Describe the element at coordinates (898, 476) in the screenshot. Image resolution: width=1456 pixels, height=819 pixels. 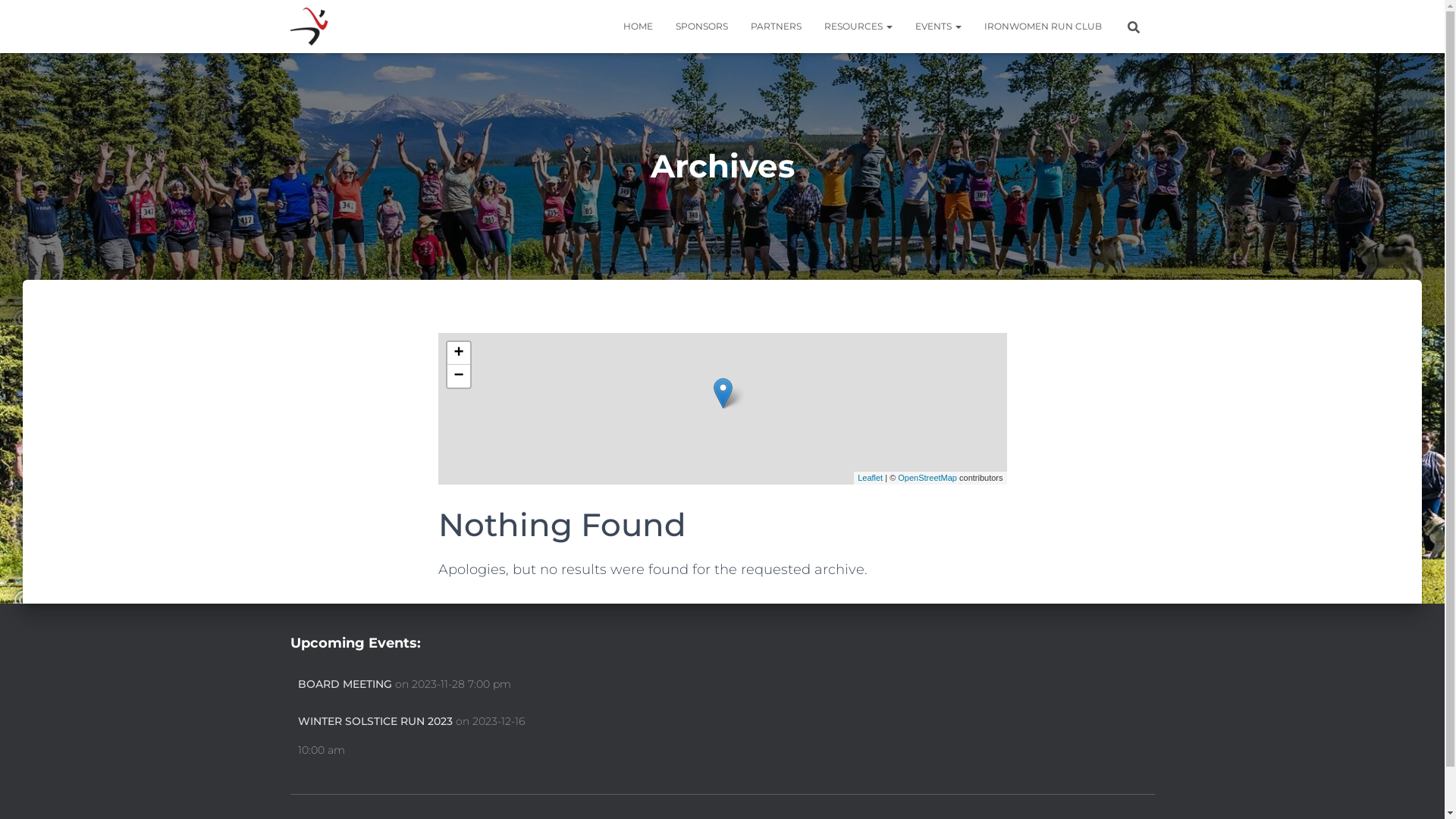
I see `'OpenStreetMap'` at that location.